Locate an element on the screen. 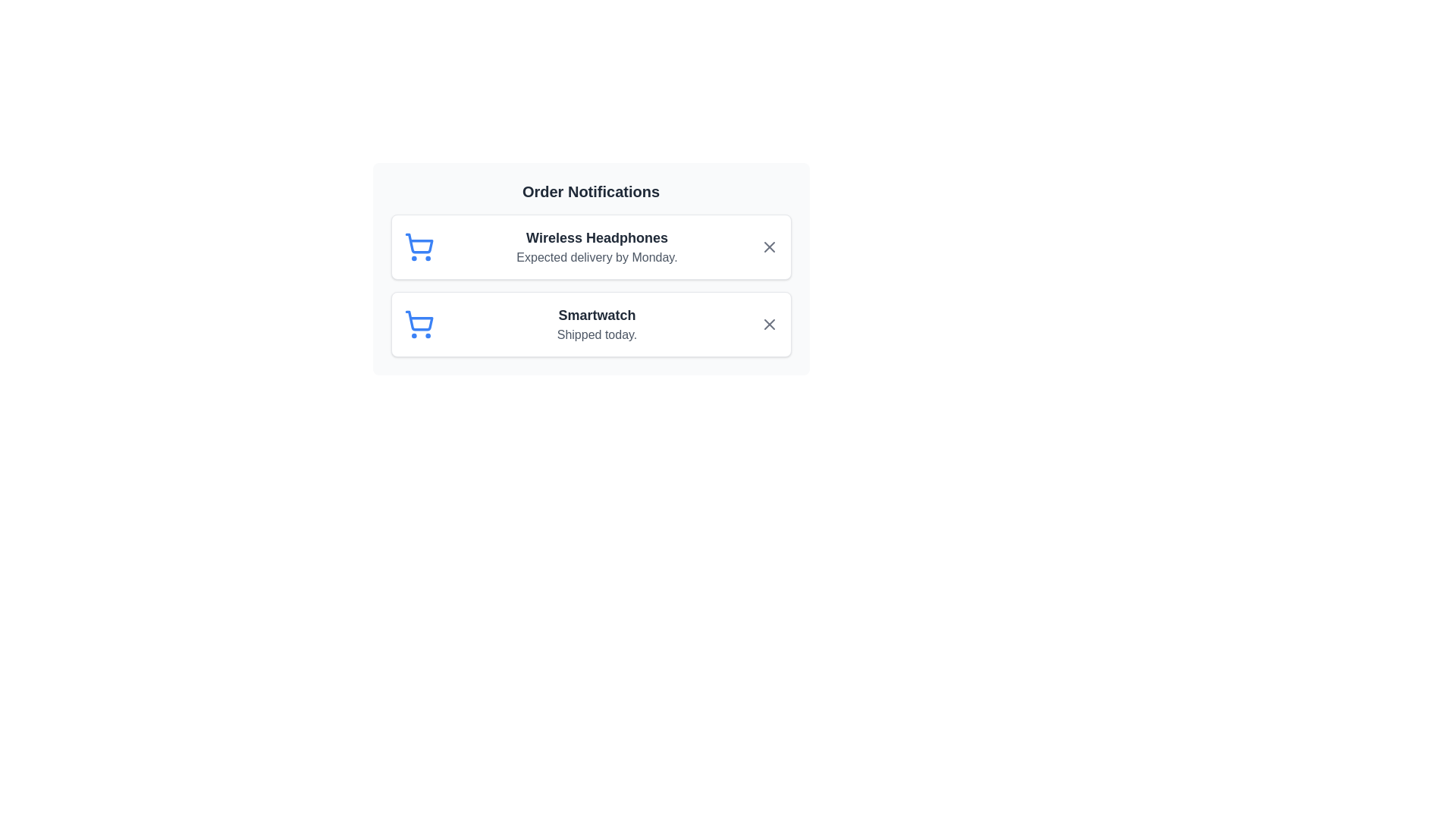 The height and width of the screenshot is (819, 1456). the order item to highlight its details is located at coordinates (590, 246).